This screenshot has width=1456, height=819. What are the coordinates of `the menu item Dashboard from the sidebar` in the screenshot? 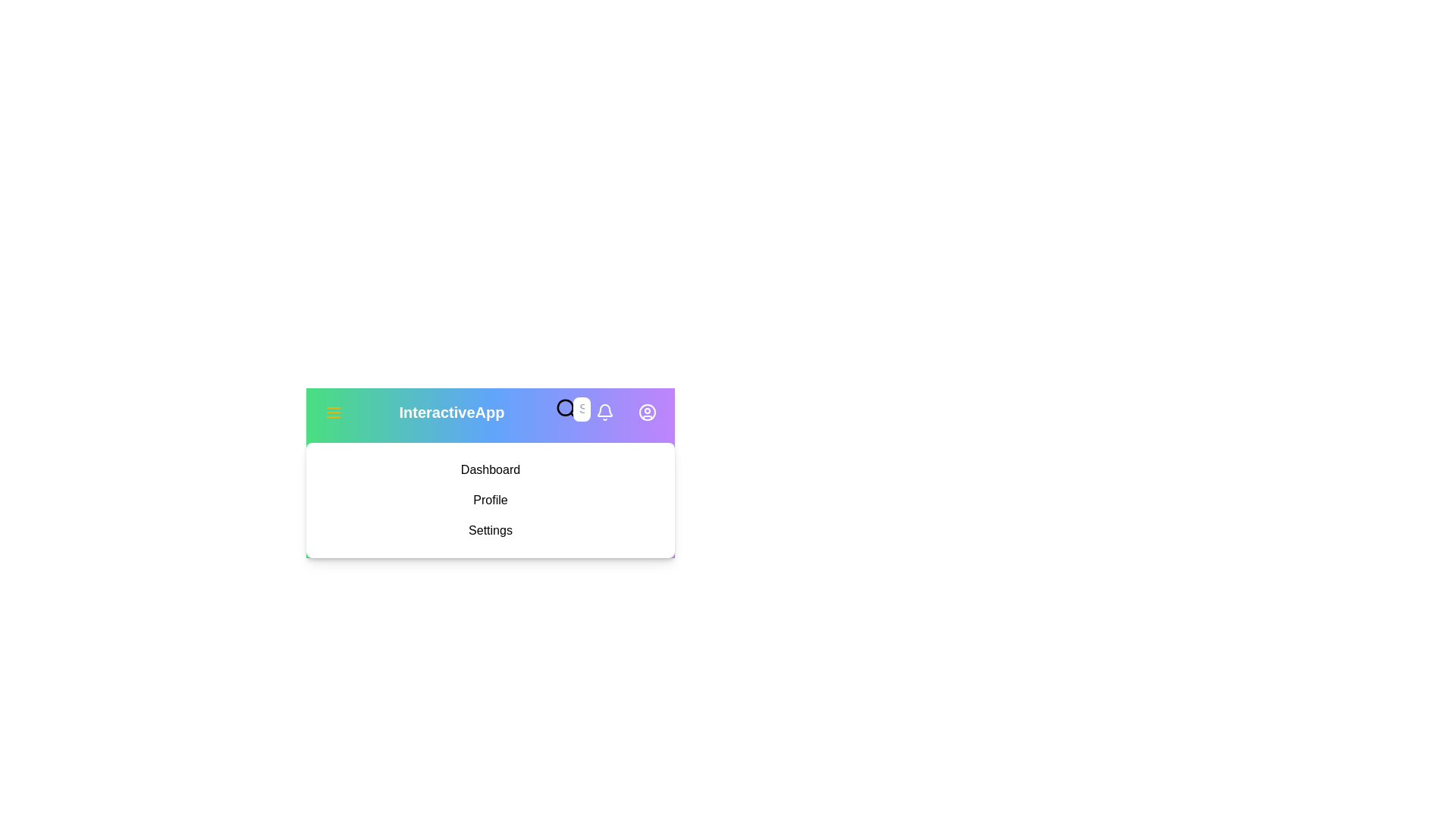 It's located at (491, 469).